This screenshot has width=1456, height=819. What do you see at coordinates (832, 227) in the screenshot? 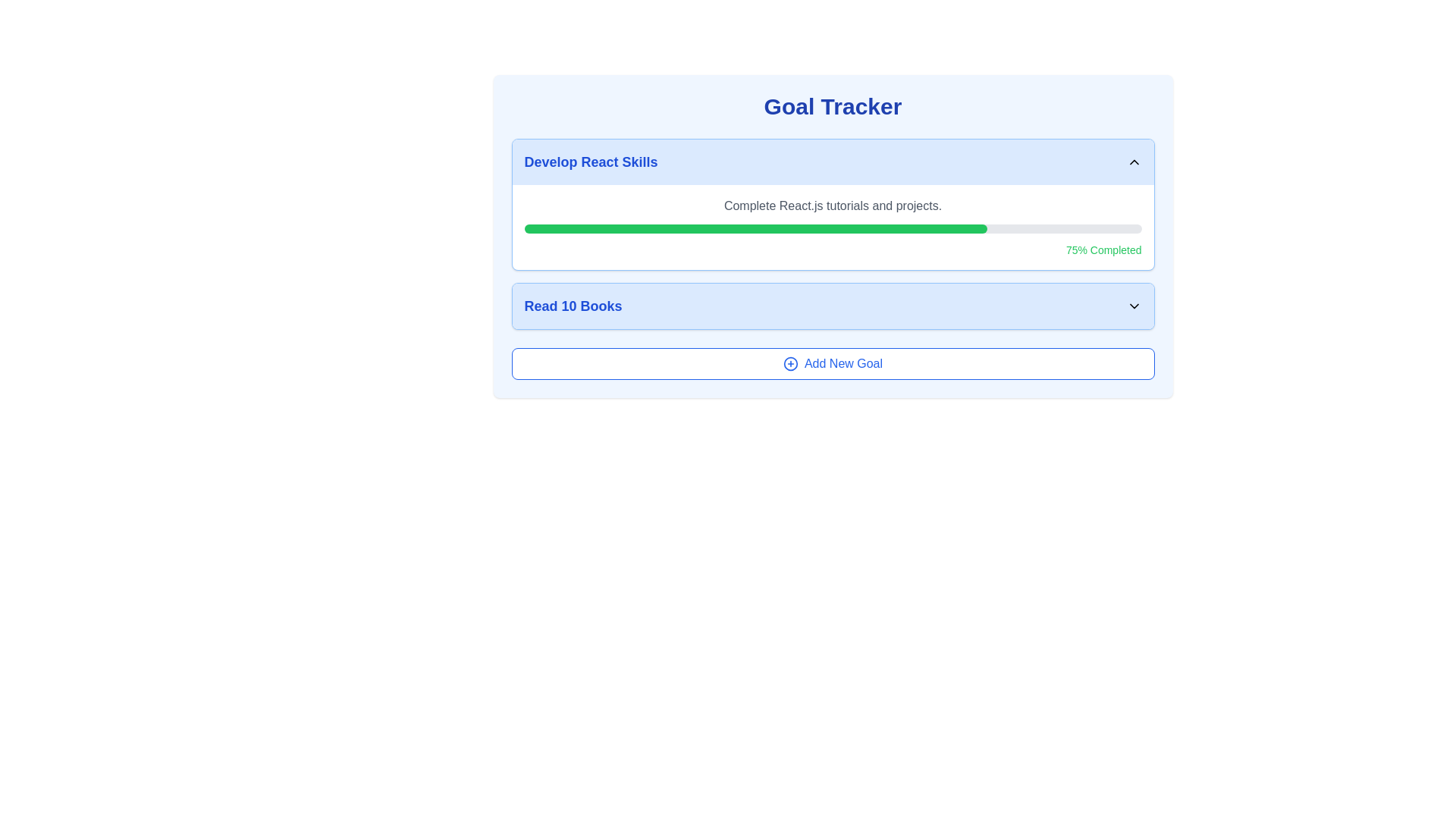
I see `the progress bar element that visually represents the progress of completing React.js tutorials and projects, located below the 'Develop React Skills' section header` at bounding box center [832, 227].